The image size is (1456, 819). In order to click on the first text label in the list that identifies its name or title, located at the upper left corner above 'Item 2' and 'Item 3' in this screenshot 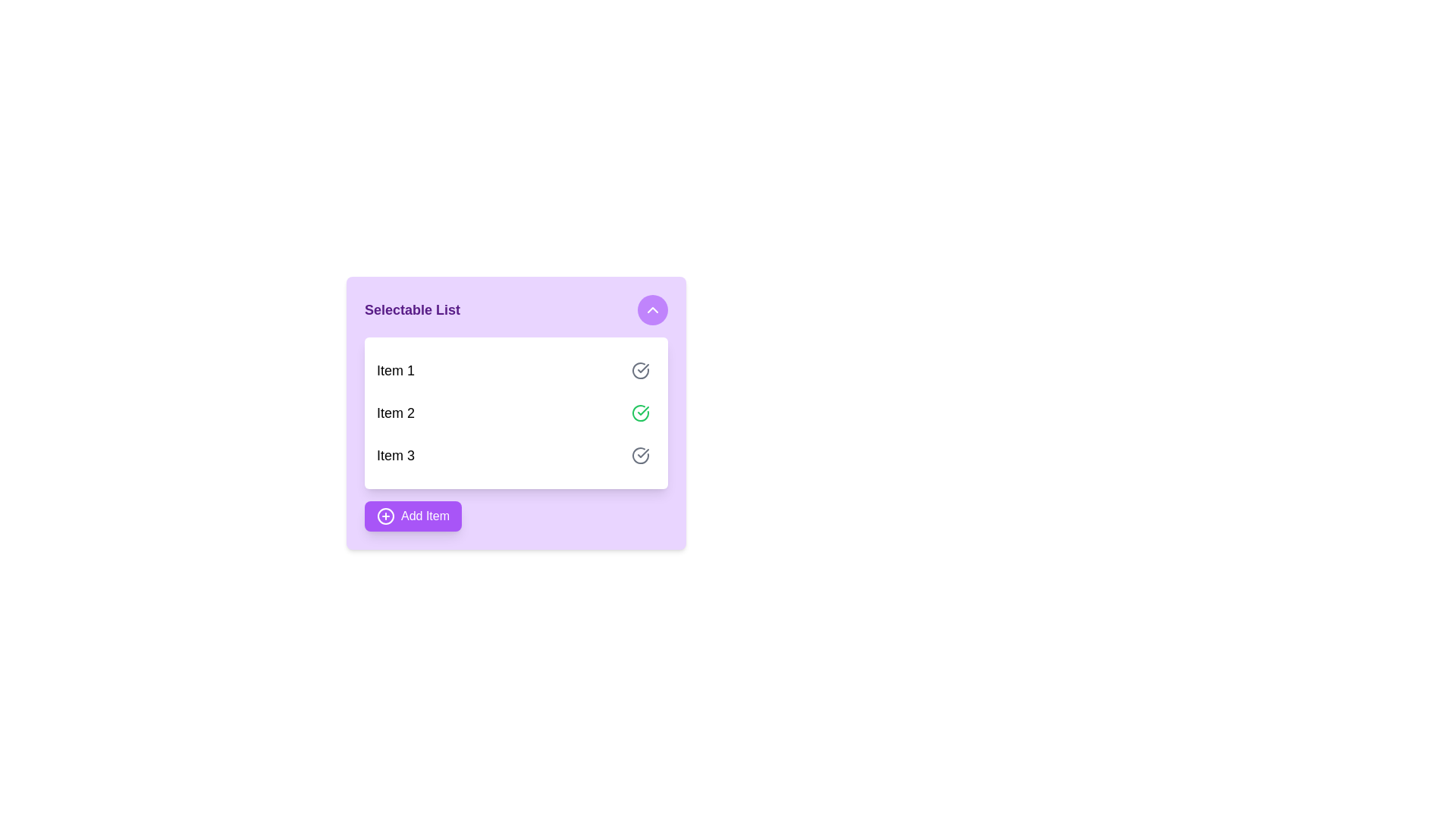, I will do `click(396, 371)`.